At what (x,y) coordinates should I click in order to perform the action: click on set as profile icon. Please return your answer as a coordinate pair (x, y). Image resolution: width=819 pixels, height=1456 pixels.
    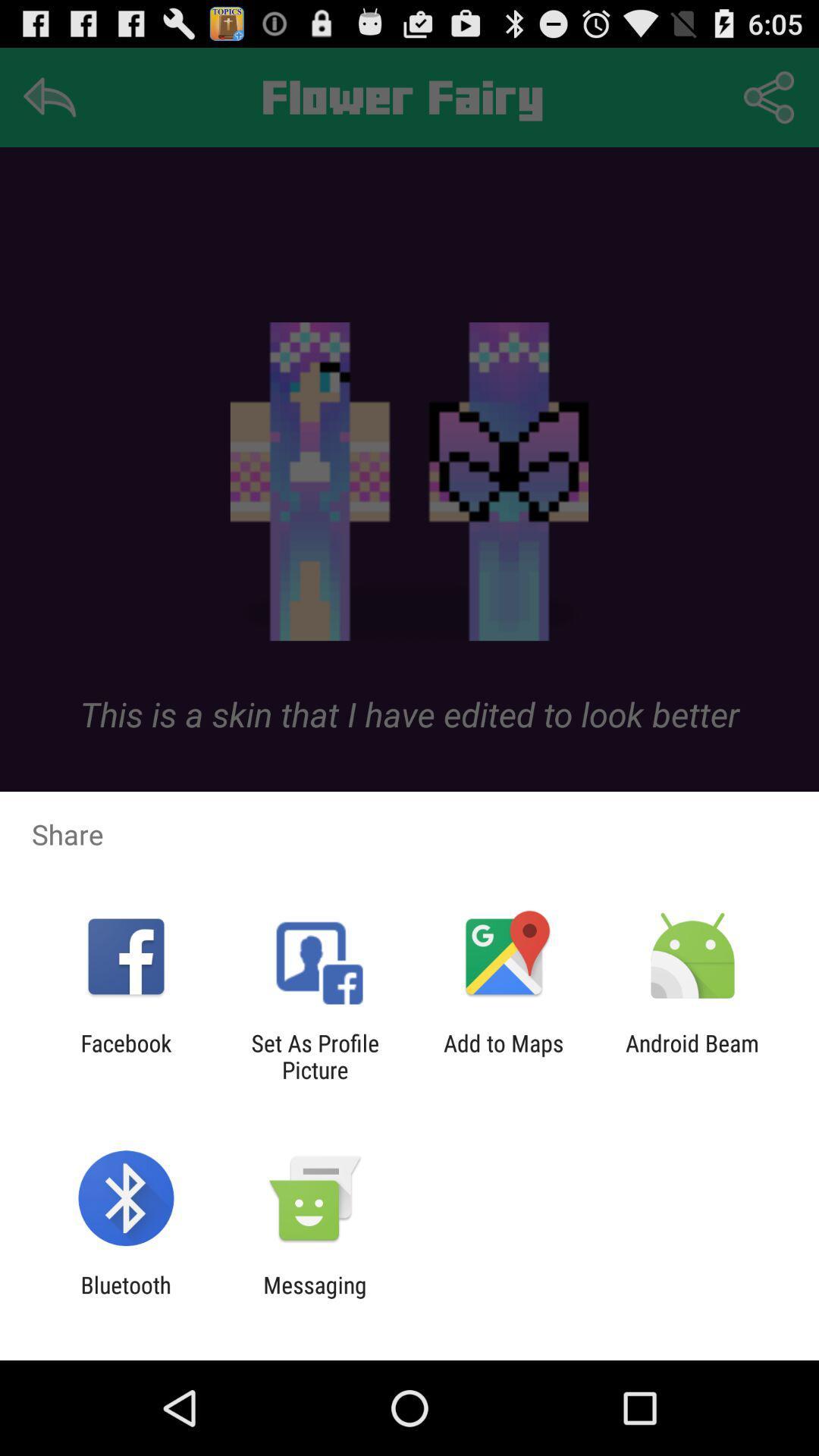
    Looking at the image, I should click on (314, 1056).